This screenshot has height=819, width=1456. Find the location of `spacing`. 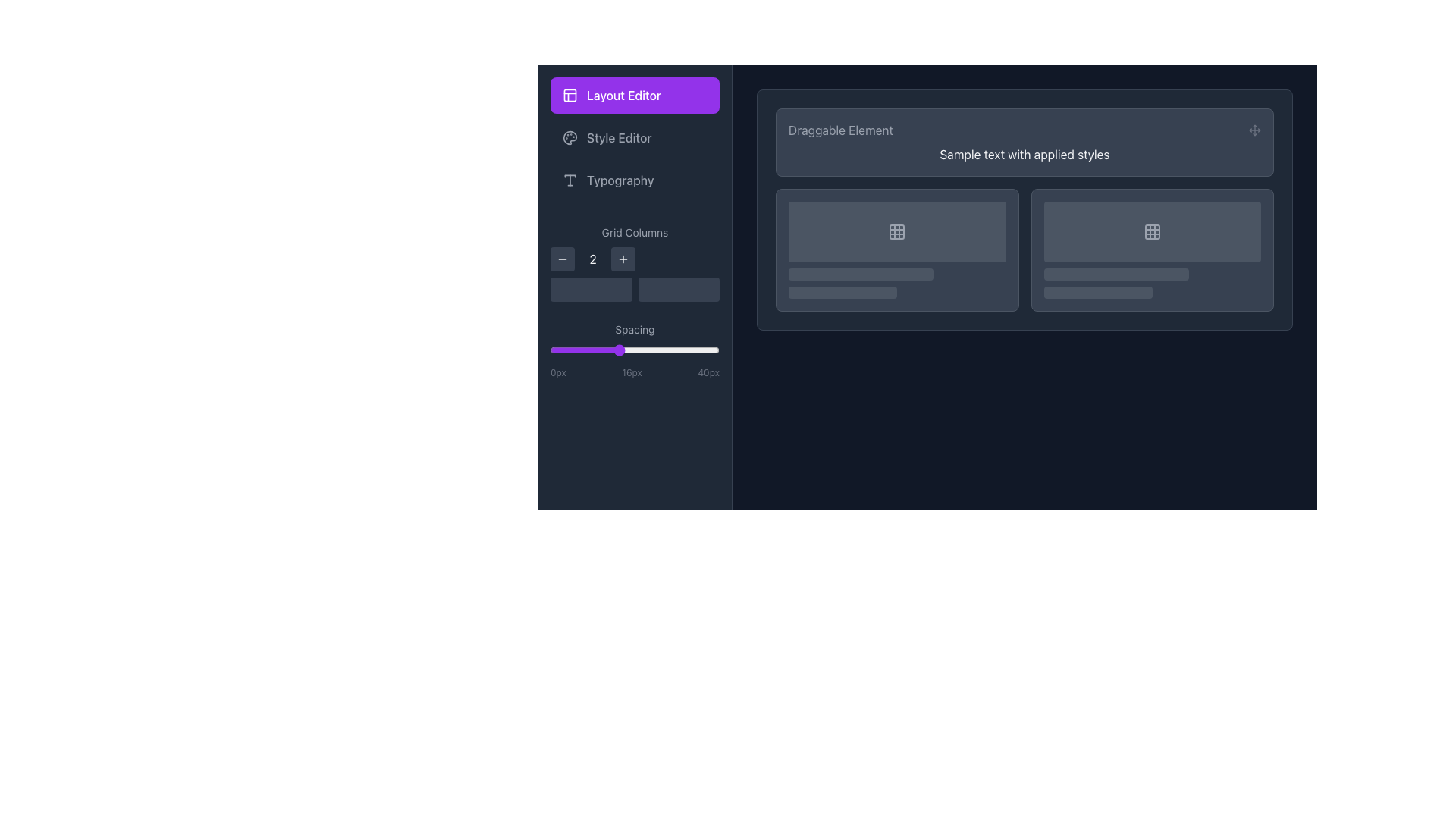

spacing is located at coordinates (651, 350).